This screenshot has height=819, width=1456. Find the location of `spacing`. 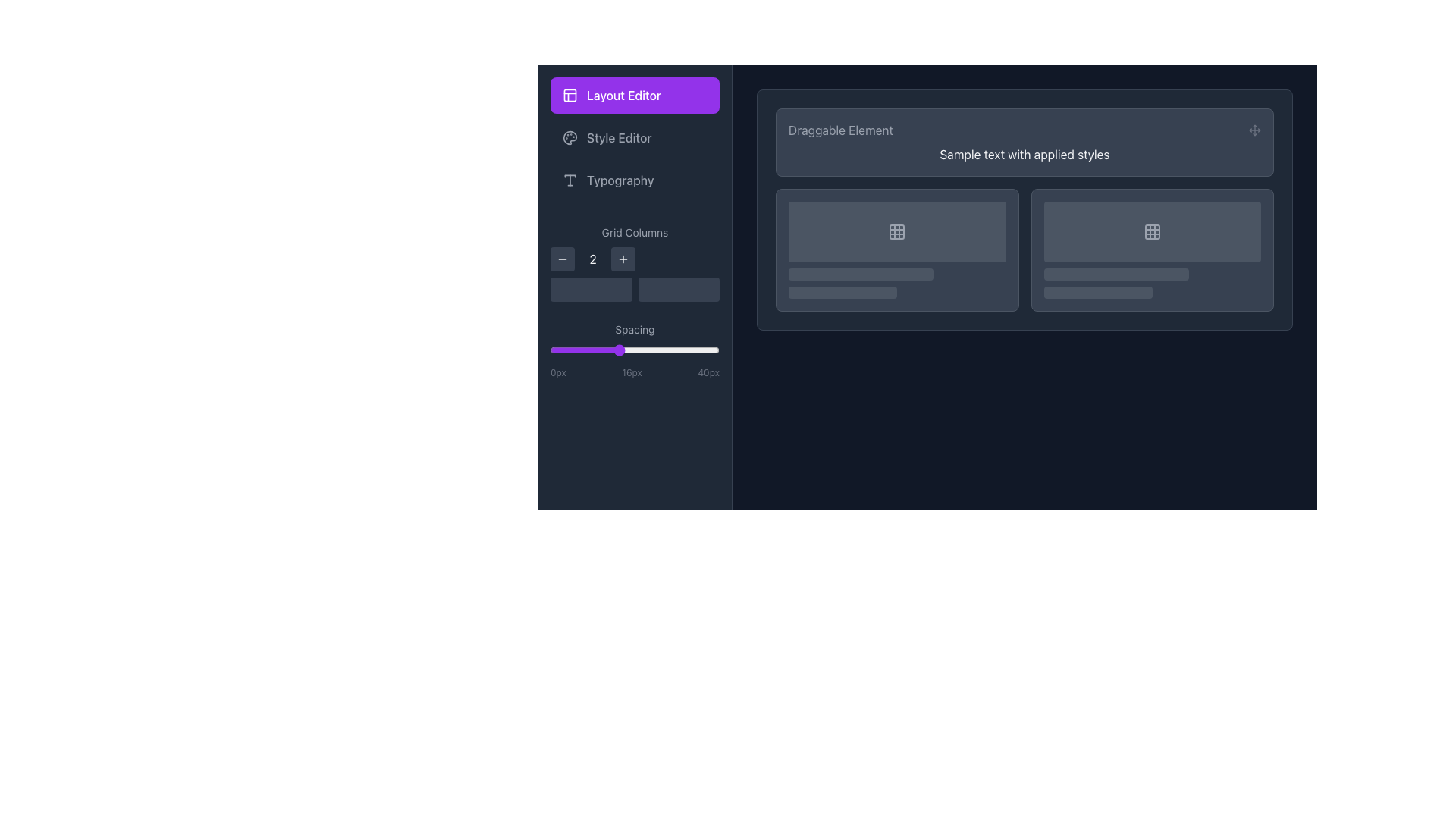

spacing is located at coordinates (651, 350).